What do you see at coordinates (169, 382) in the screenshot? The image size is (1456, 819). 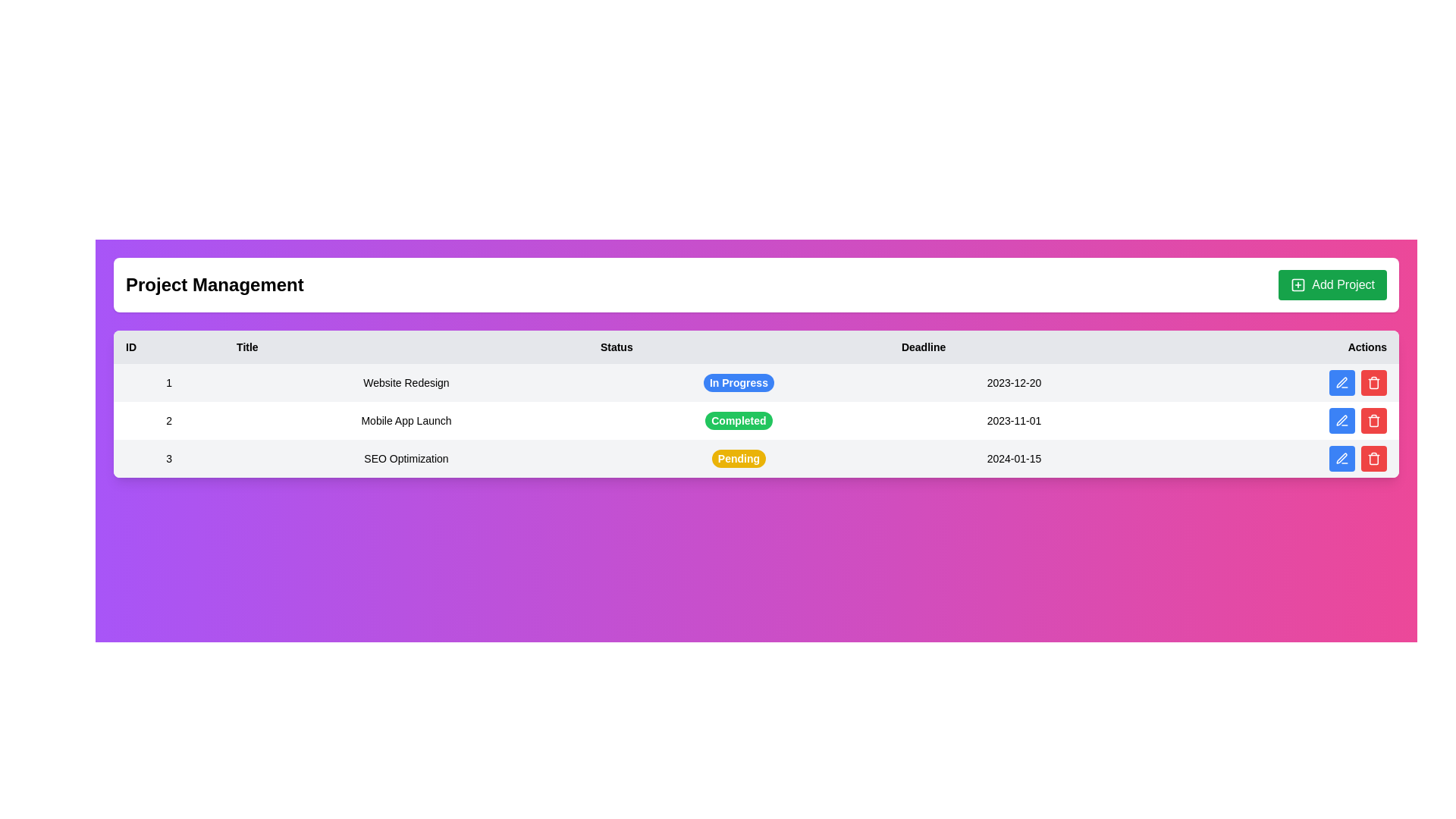 I see `text displayed in the small rectangular area labeled '1', located in the first row and first column of the table under the 'ID' header` at bounding box center [169, 382].